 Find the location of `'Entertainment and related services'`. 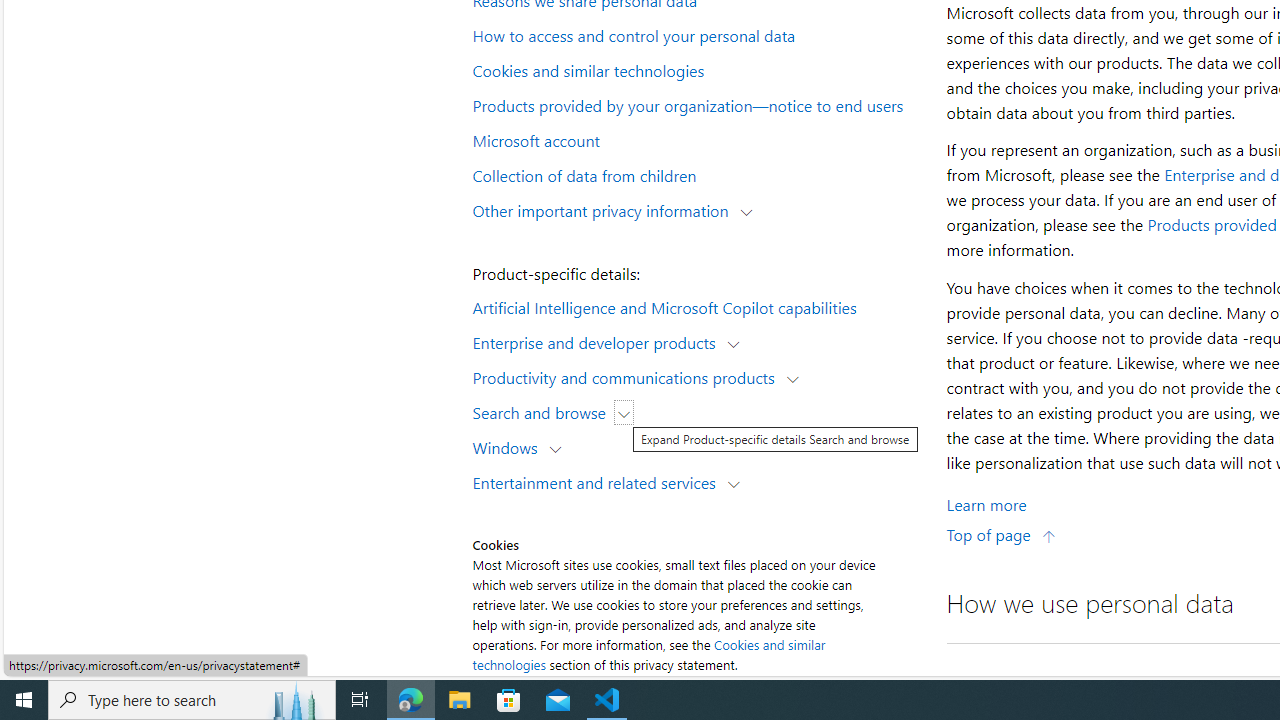

'Entertainment and related services' is located at coordinates (598, 482).